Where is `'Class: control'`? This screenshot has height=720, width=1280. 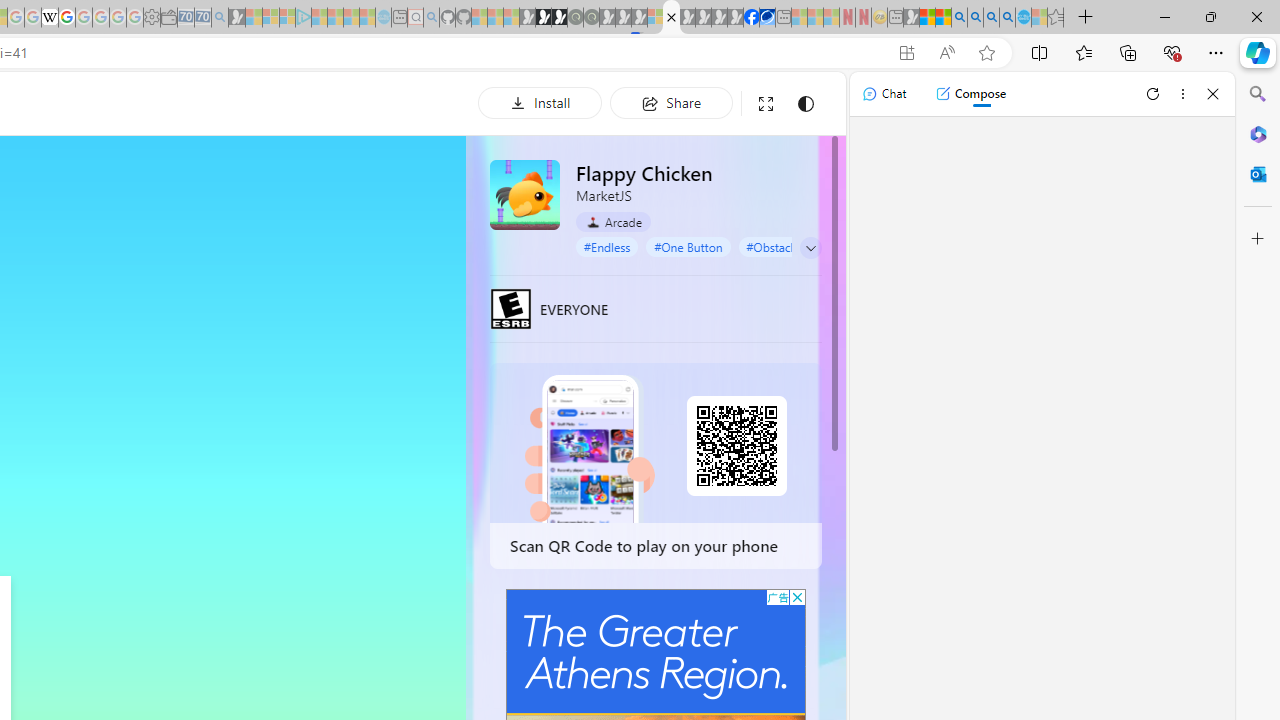 'Class: control' is located at coordinates (811, 247).